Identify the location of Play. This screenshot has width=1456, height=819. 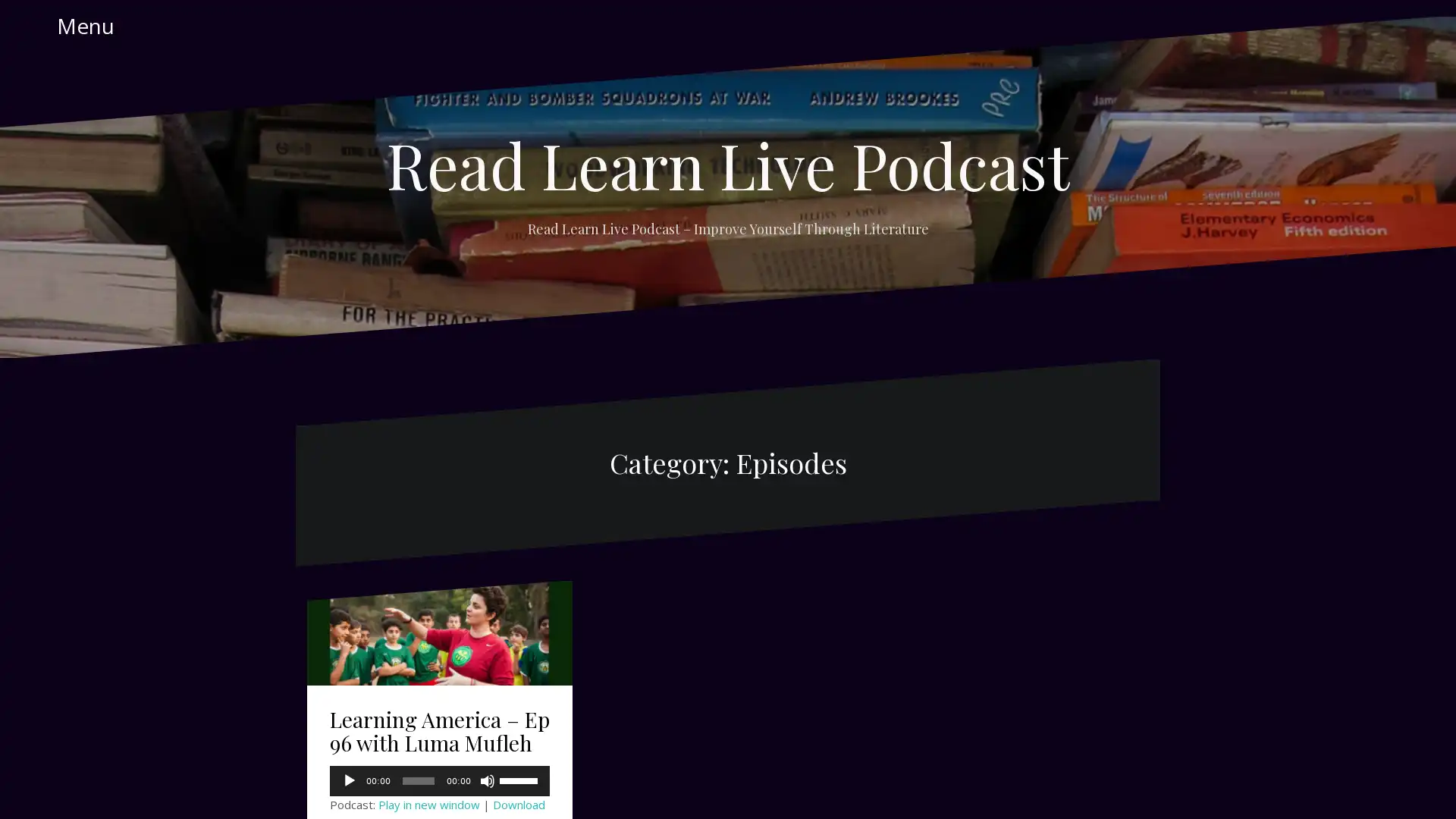
(348, 780).